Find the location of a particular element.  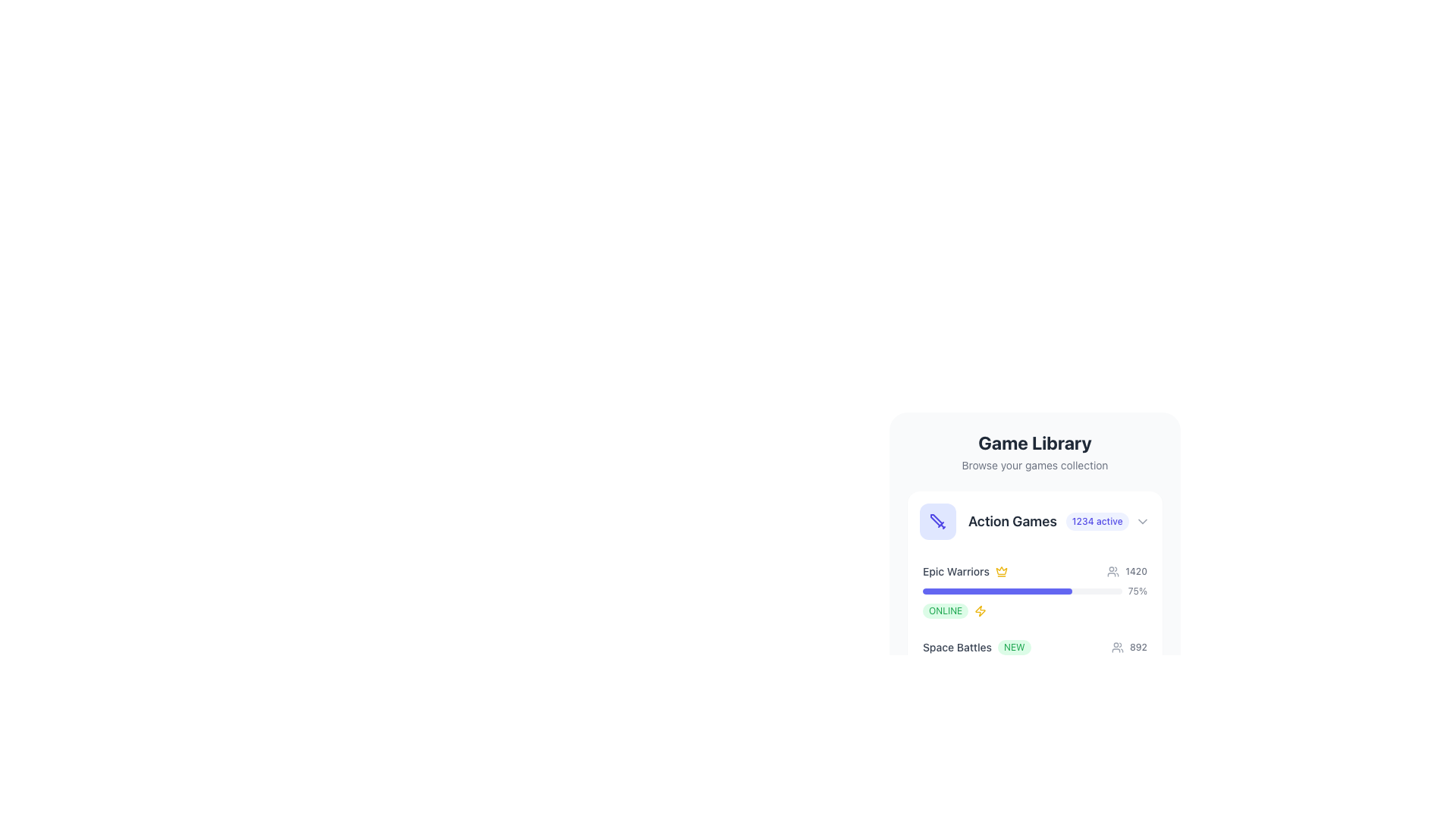

the List Item labeled 'Space Battles' in the 'Game Library' section is located at coordinates (1034, 666).